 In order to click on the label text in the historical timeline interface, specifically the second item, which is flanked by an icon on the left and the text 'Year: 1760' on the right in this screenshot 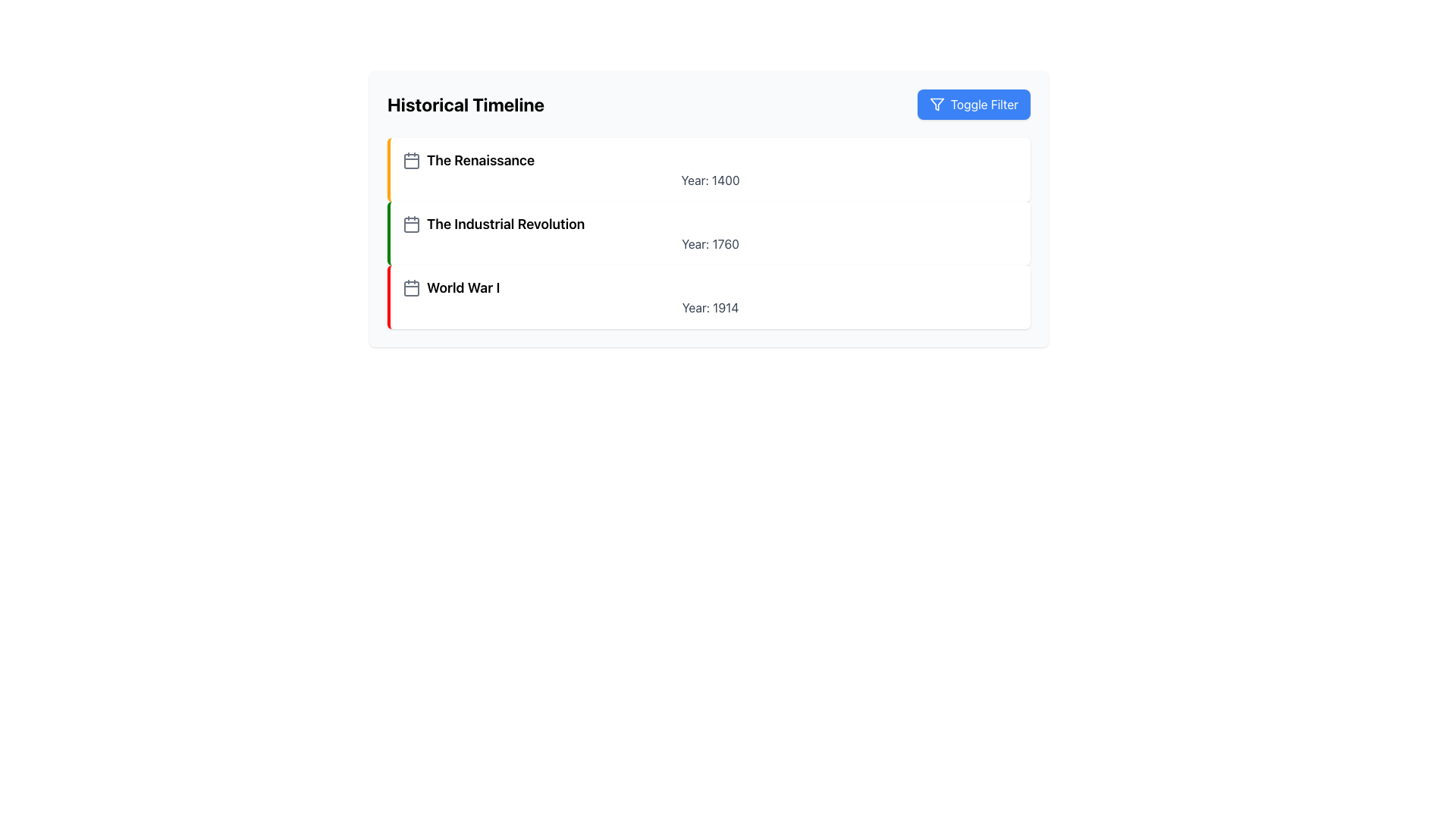, I will do `click(506, 224)`.